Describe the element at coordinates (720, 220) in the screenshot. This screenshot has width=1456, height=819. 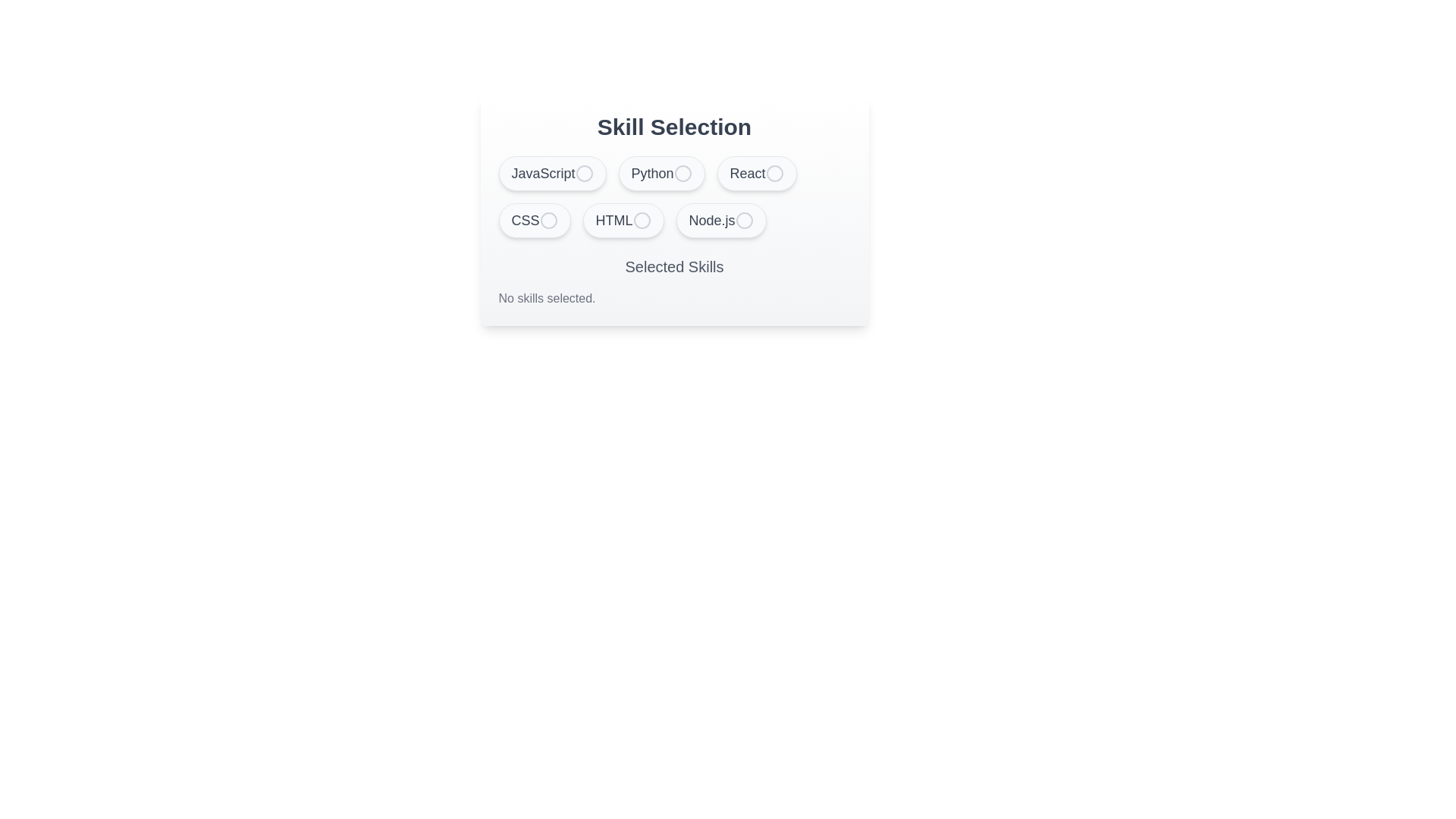
I see `the 'Node.js' button, which is a rounded button with a light gray background and a circular icon` at that location.